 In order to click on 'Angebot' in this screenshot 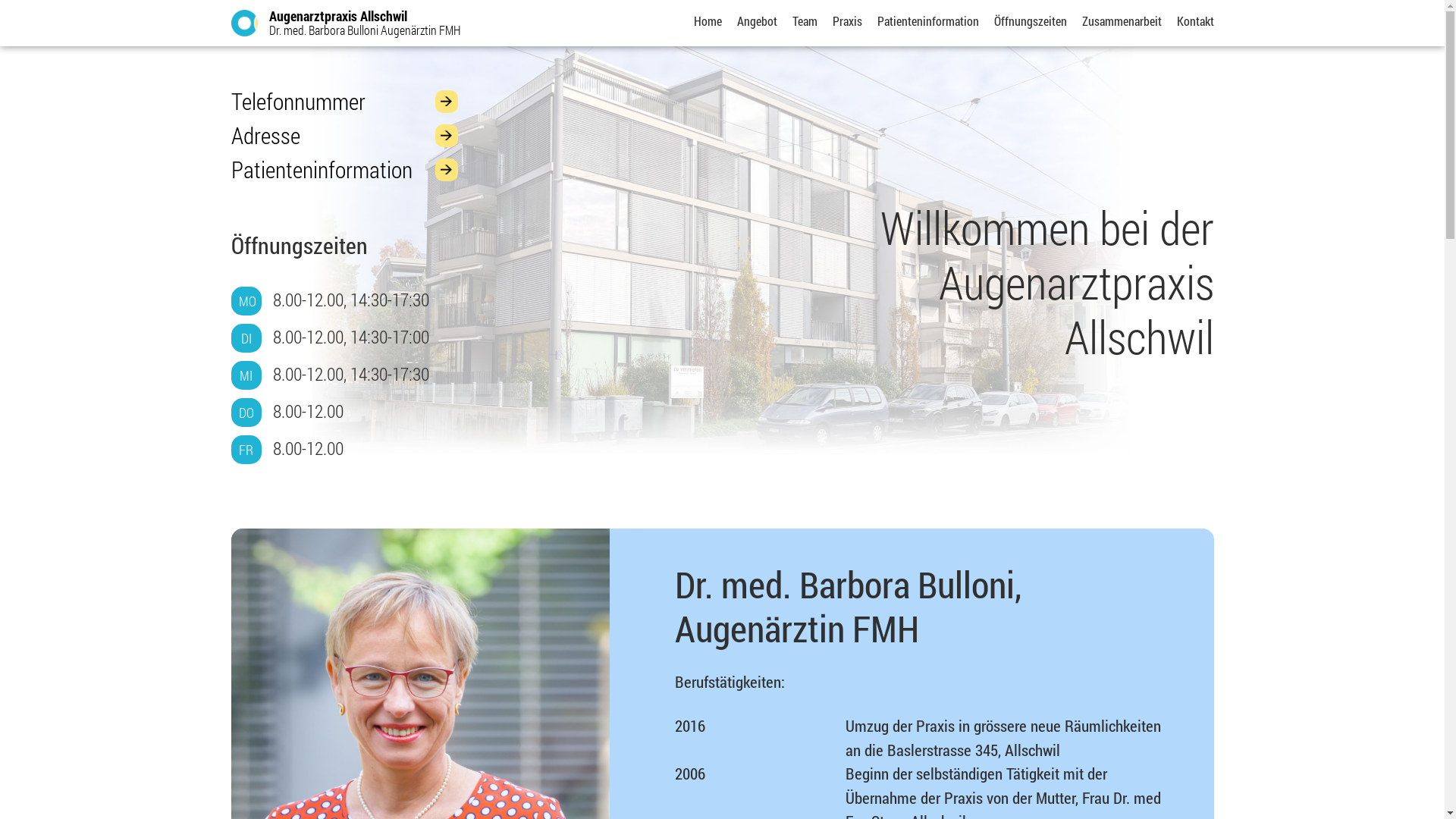, I will do `click(757, 20)`.